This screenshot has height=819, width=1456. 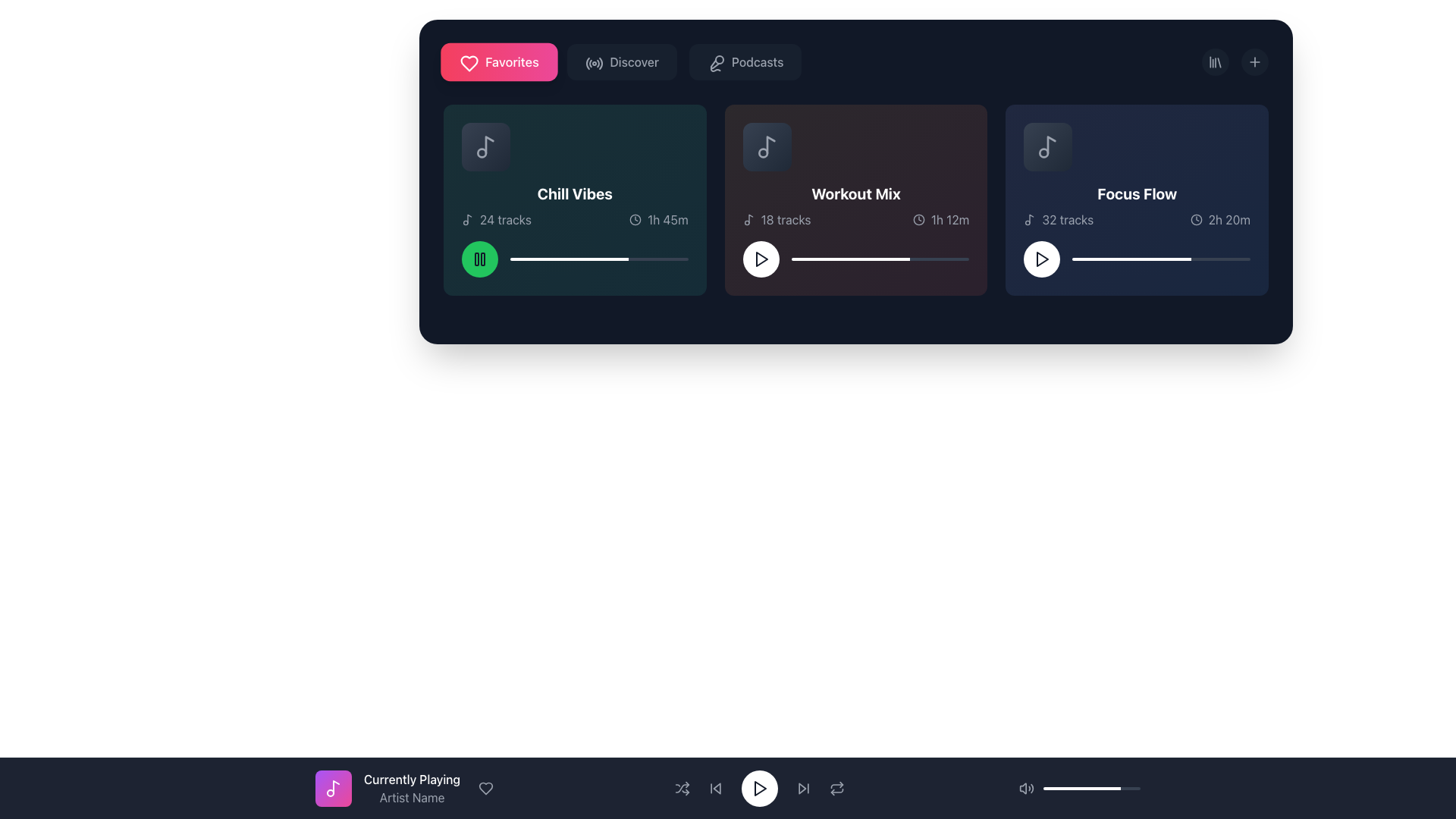 I want to click on the icon with vertical bars located in the top-right corner of the interface, so click(x=1216, y=61).